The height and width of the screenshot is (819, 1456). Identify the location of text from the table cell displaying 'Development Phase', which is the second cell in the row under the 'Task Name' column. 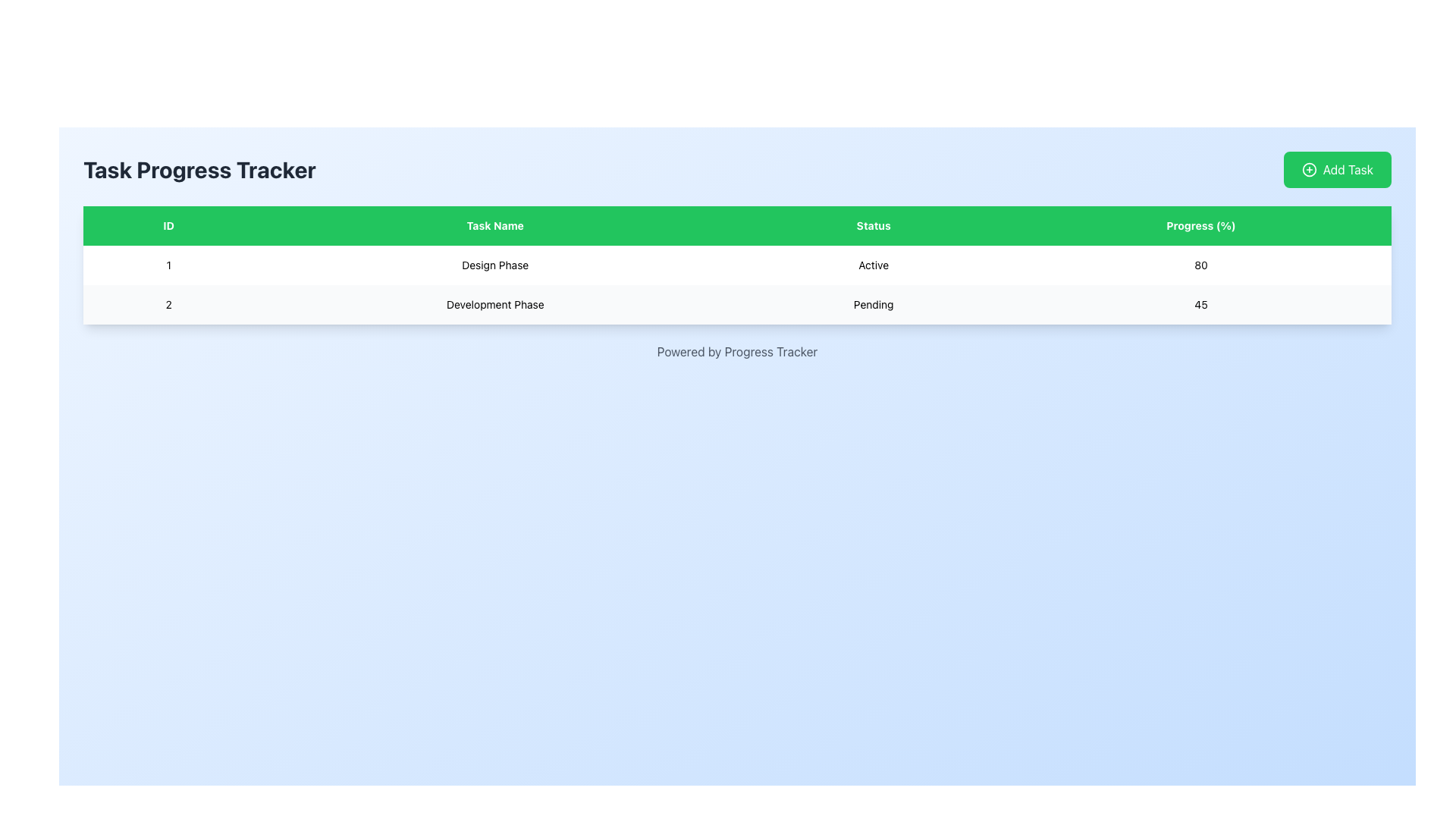
(495, 304).